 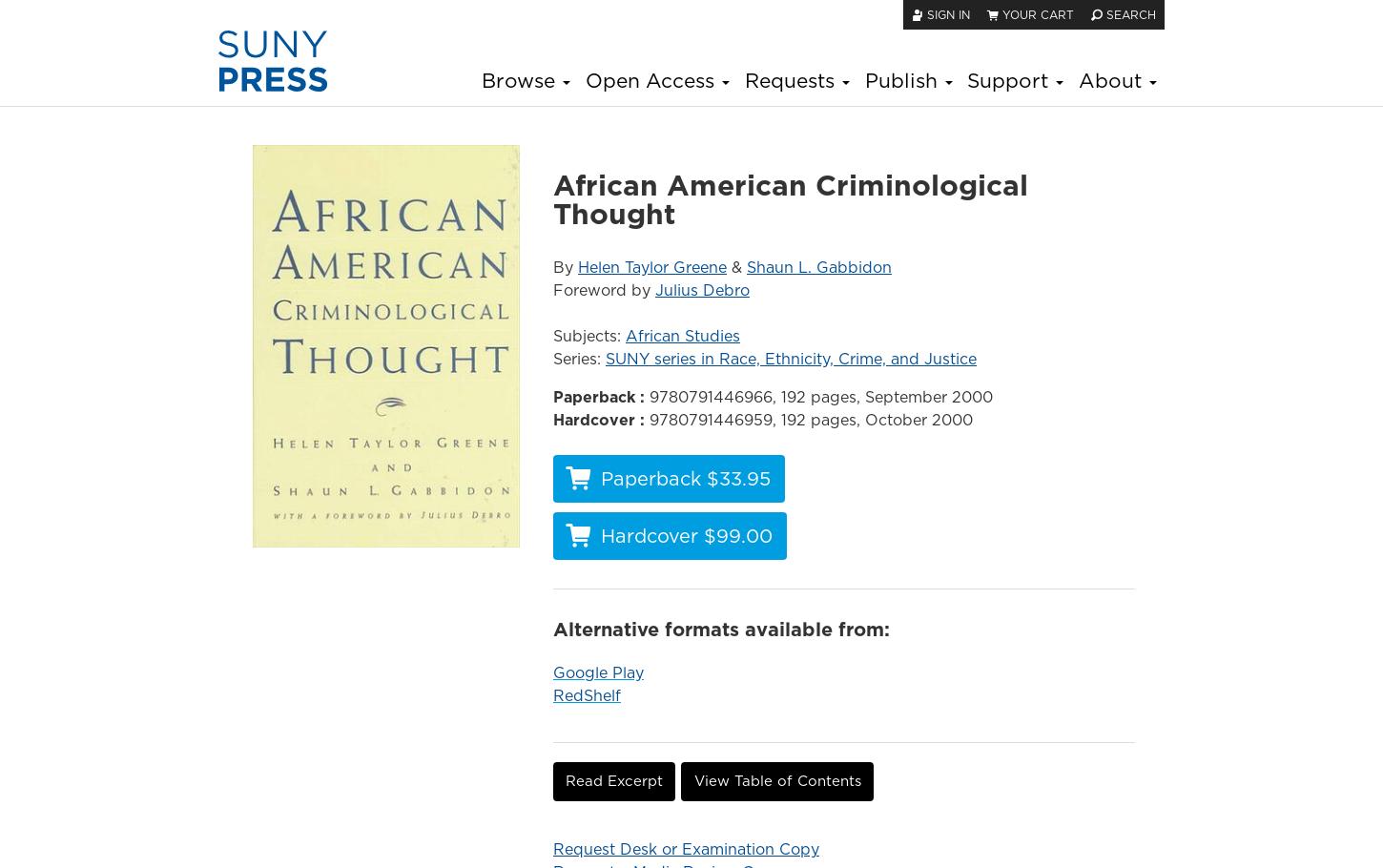 I want to click on 'Helen Taylor Greene', so click(x=650, y=265).